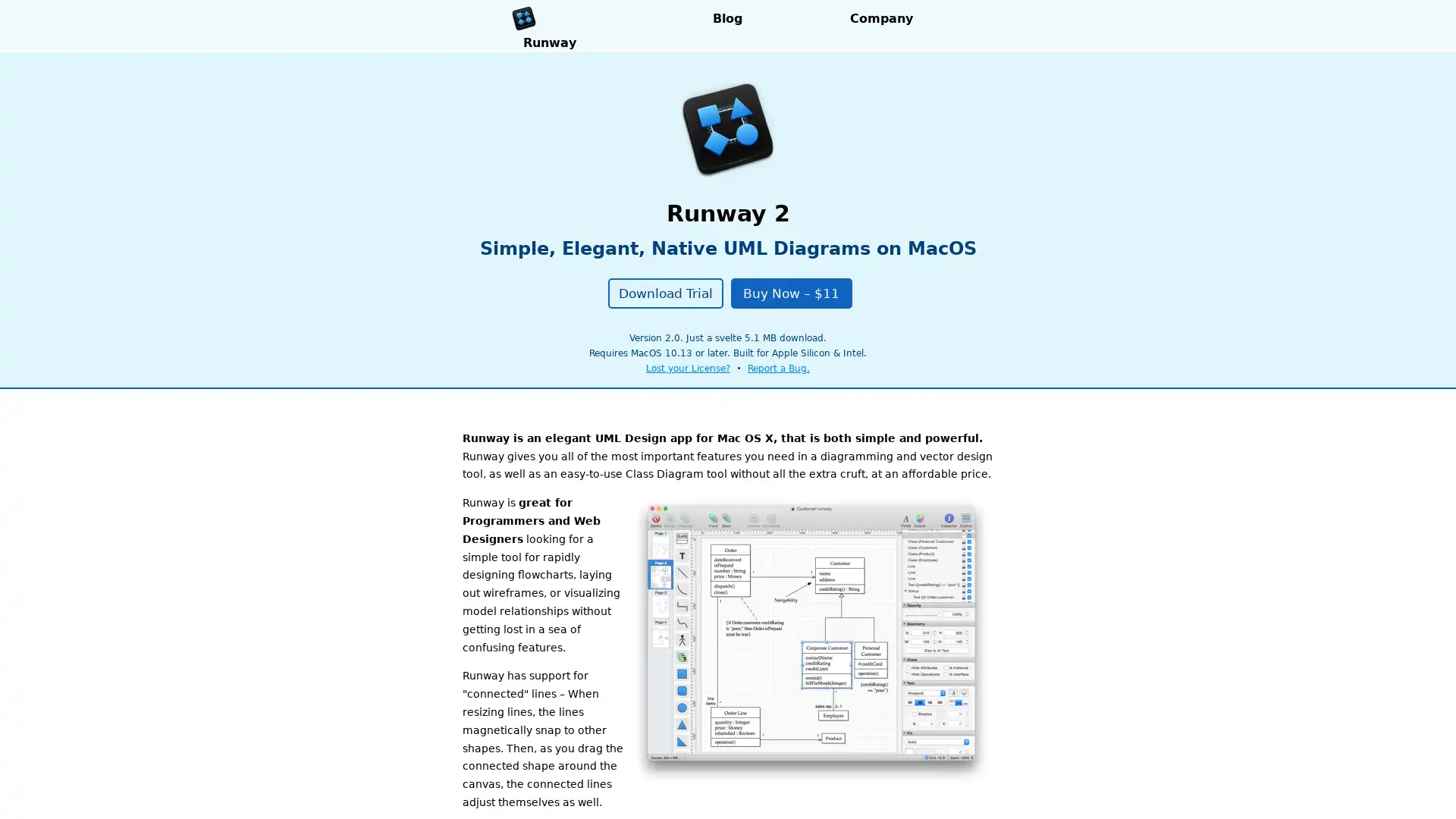 This screenshot has height=819, width=1456. I want to click on Buy Now  $11, so click(789, 292).